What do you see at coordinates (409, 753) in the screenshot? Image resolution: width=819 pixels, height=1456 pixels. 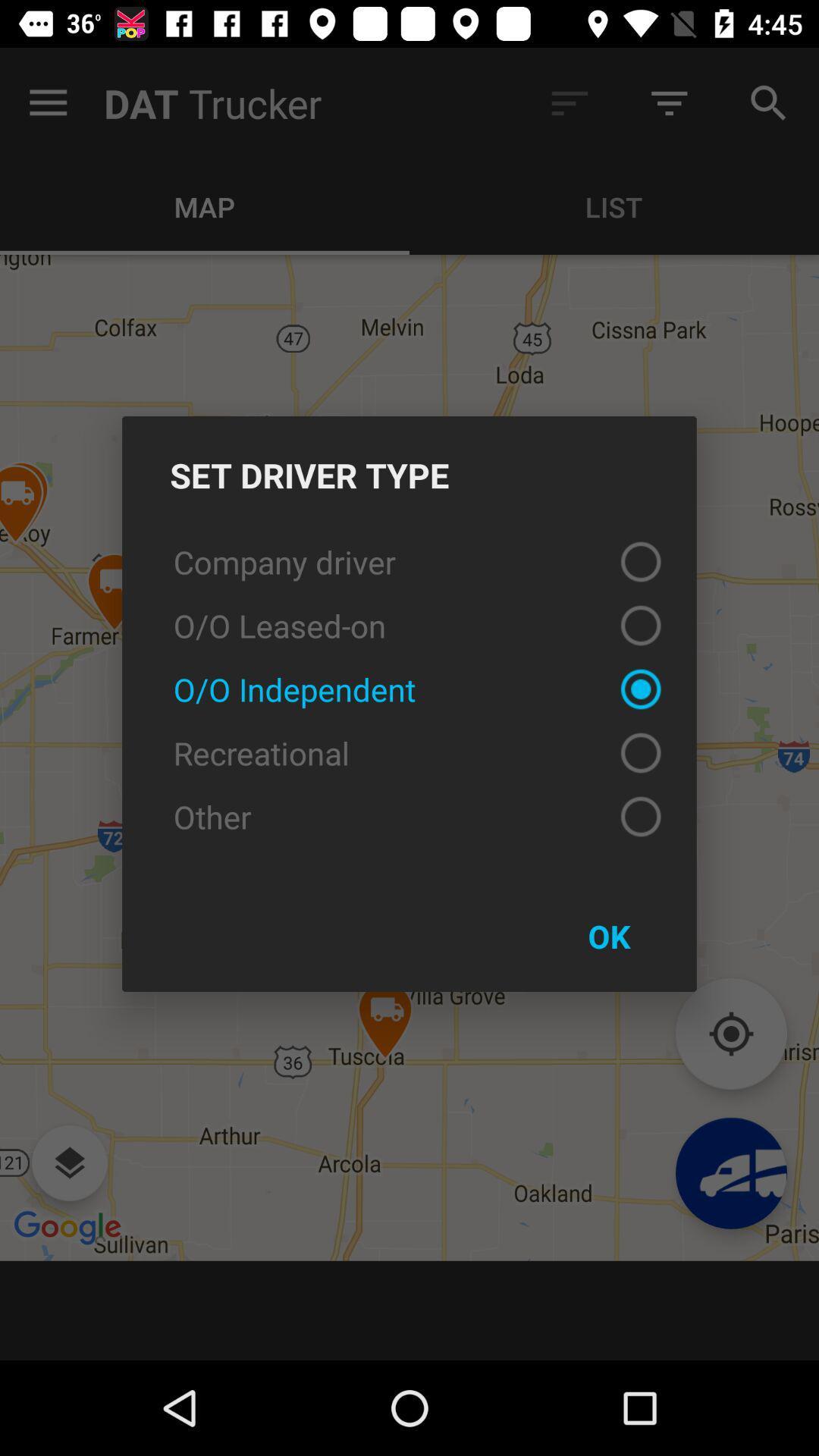 I see `item below the o/o independent` at bounding box center [409, 753].